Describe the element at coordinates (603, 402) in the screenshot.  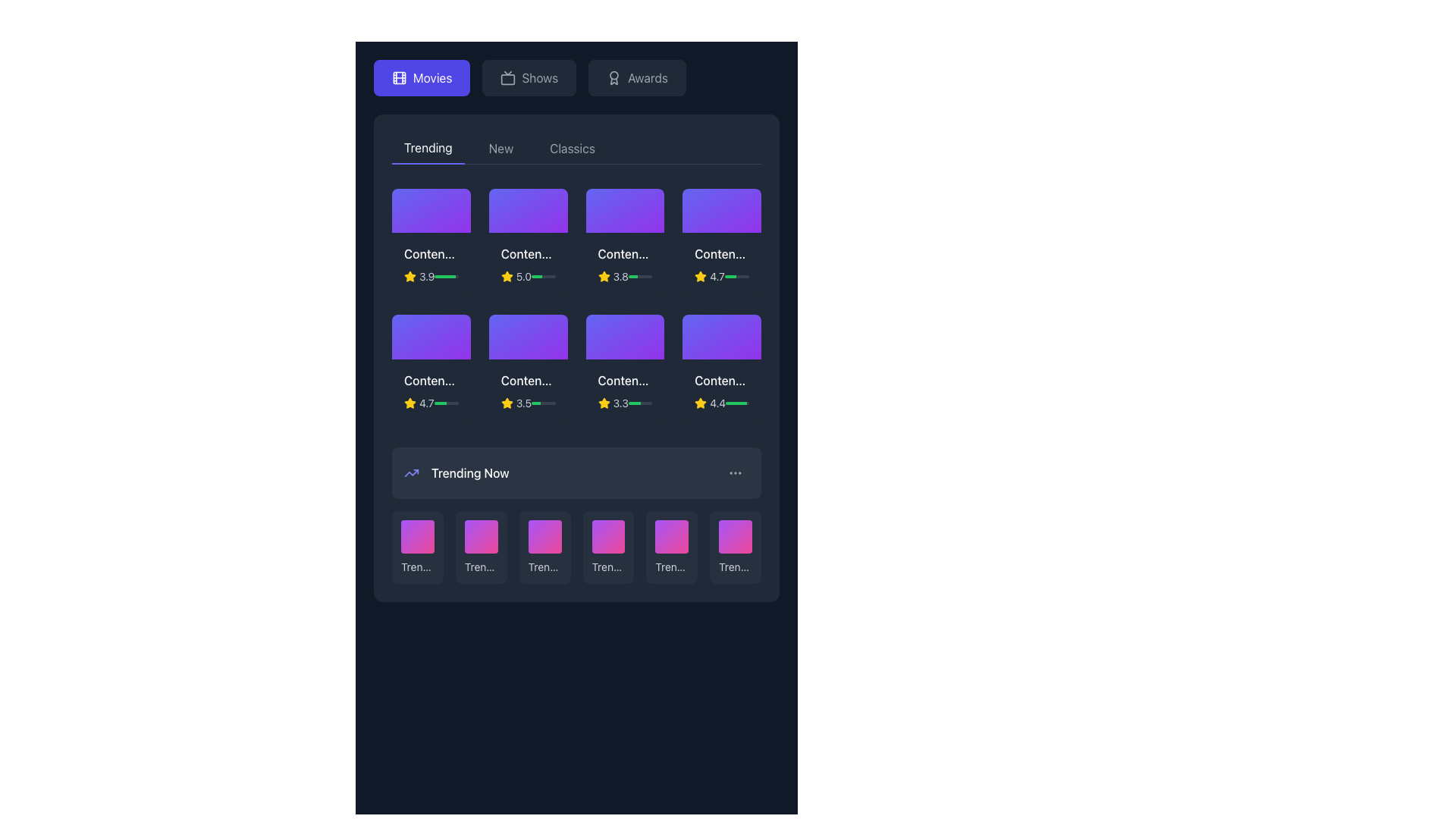
I see `the rating icon located in the second row and third column of the 'Trending' content grid` at that location.